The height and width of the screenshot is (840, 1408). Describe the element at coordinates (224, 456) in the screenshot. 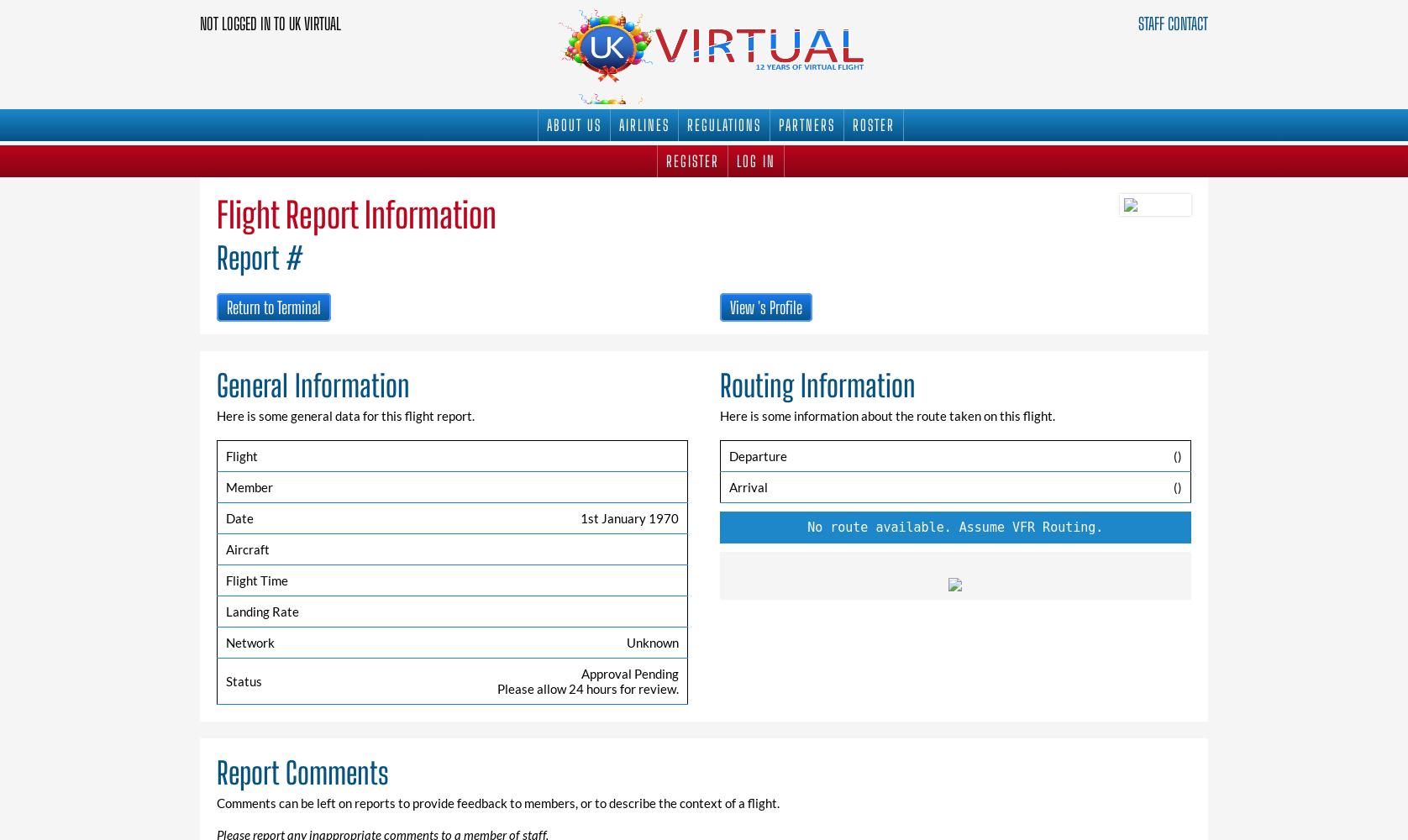

I see `'Flight'` at that location.